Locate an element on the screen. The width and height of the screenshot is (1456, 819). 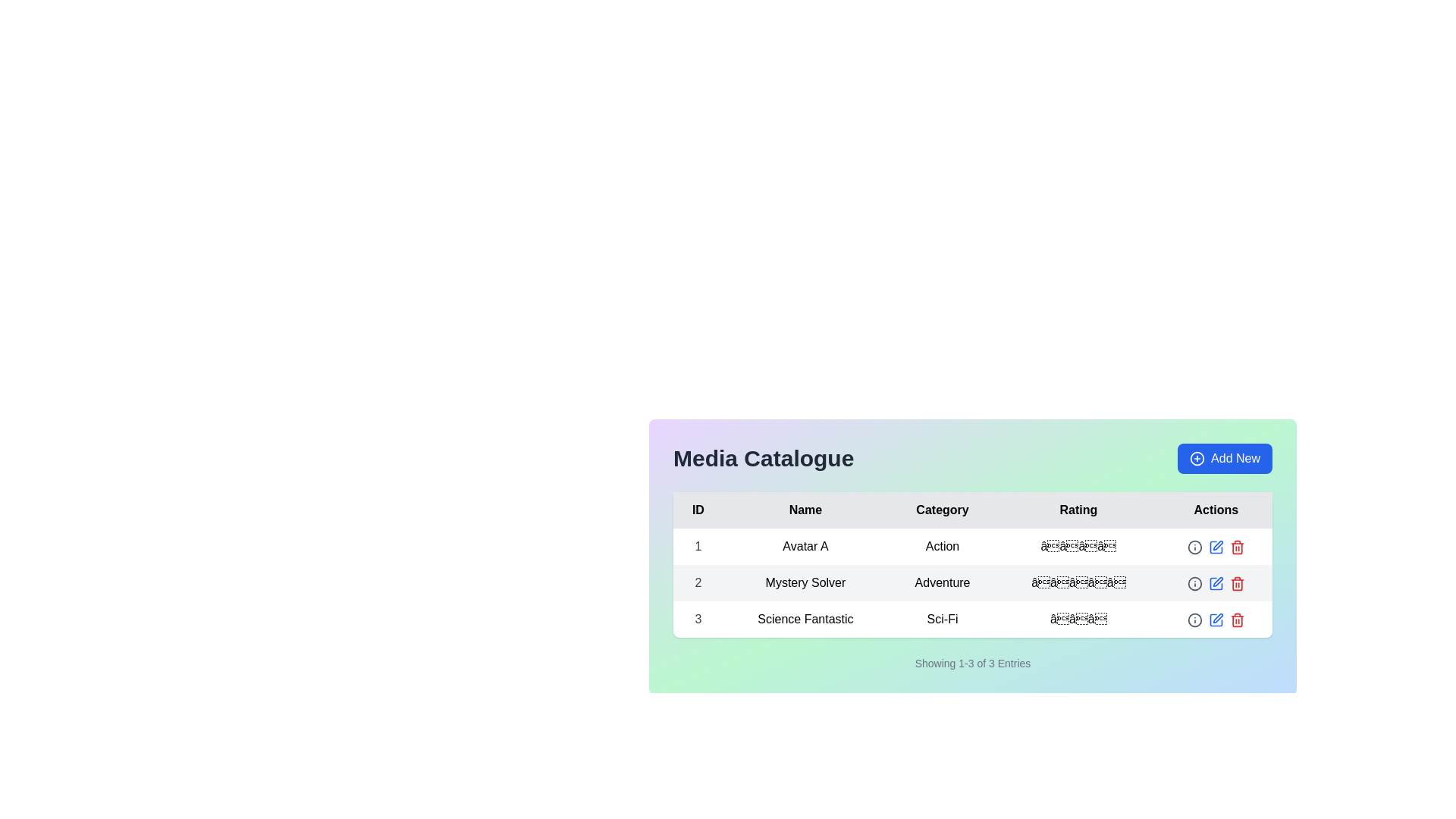
the circular add icon to the left of the 'Add New' label in the blue button located at the top-right corner of the 'Media Catalogue' panel is located at coordinates (1197, 458).